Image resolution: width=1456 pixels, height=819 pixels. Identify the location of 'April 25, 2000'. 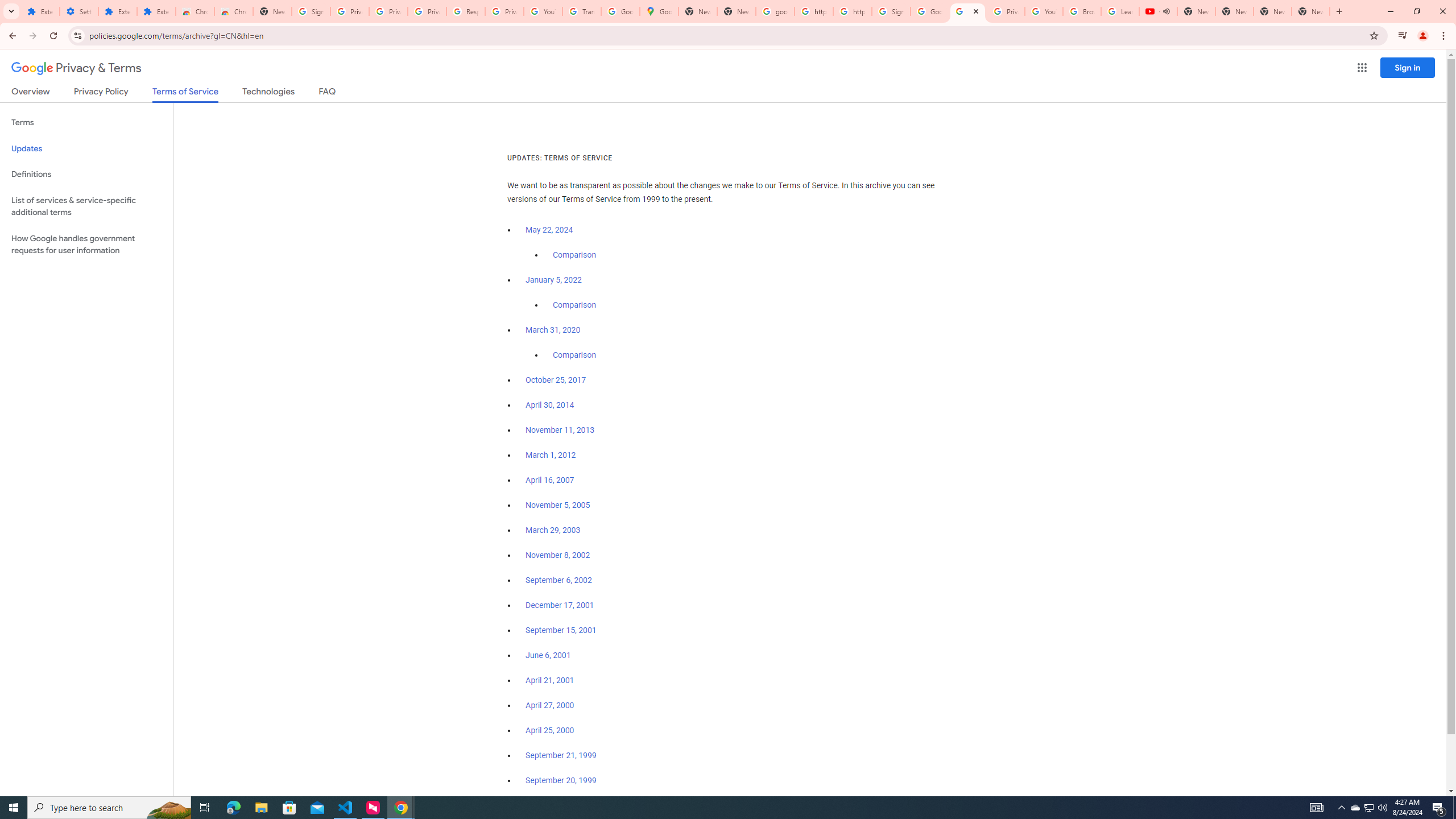
(549, 729).